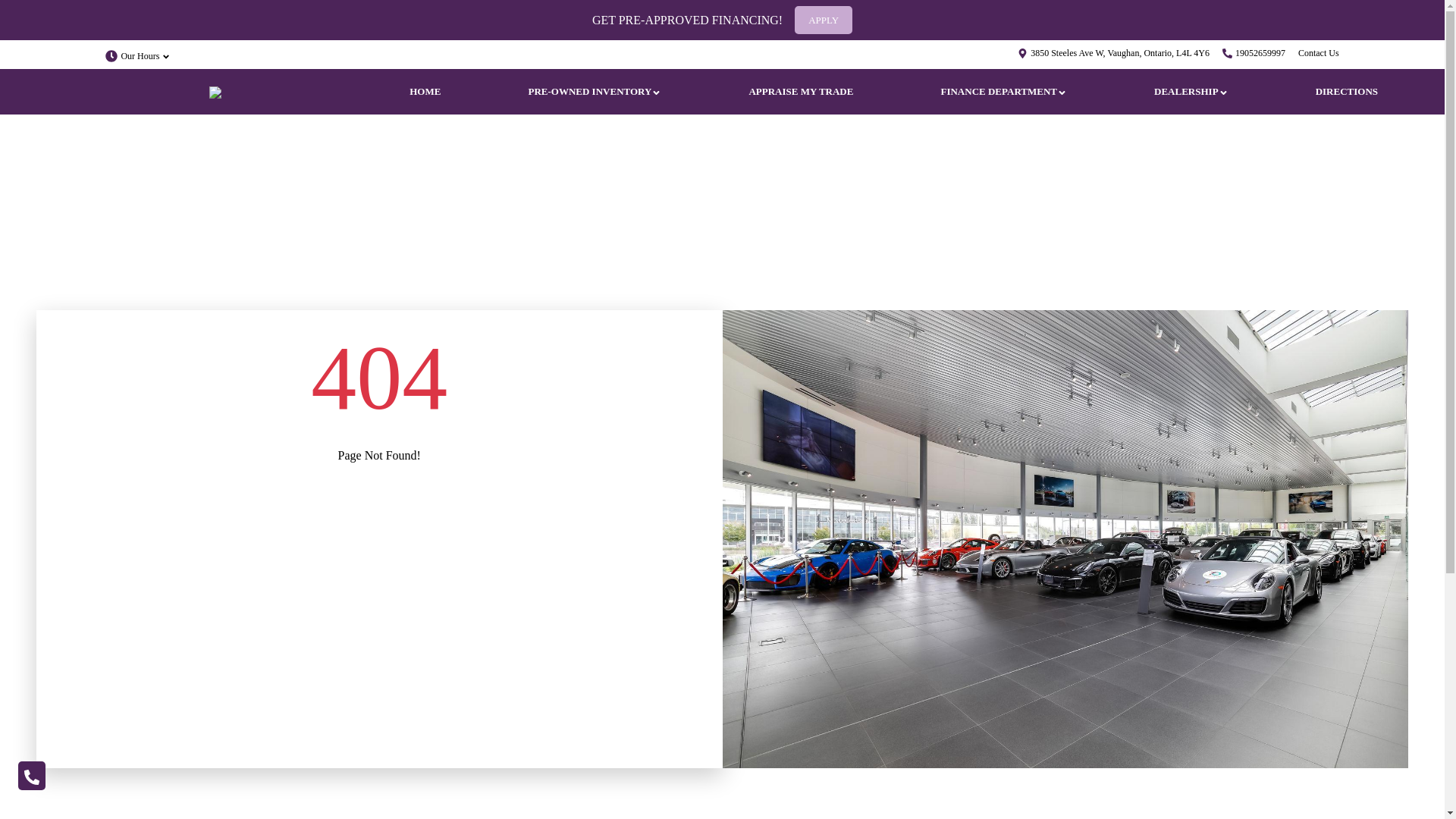 The image size is (1456, 819). What do you see at coordinates (1190, 91) in the screenshot?
I see `'DEALERSHIP'` at bounding box center [1190, 91].